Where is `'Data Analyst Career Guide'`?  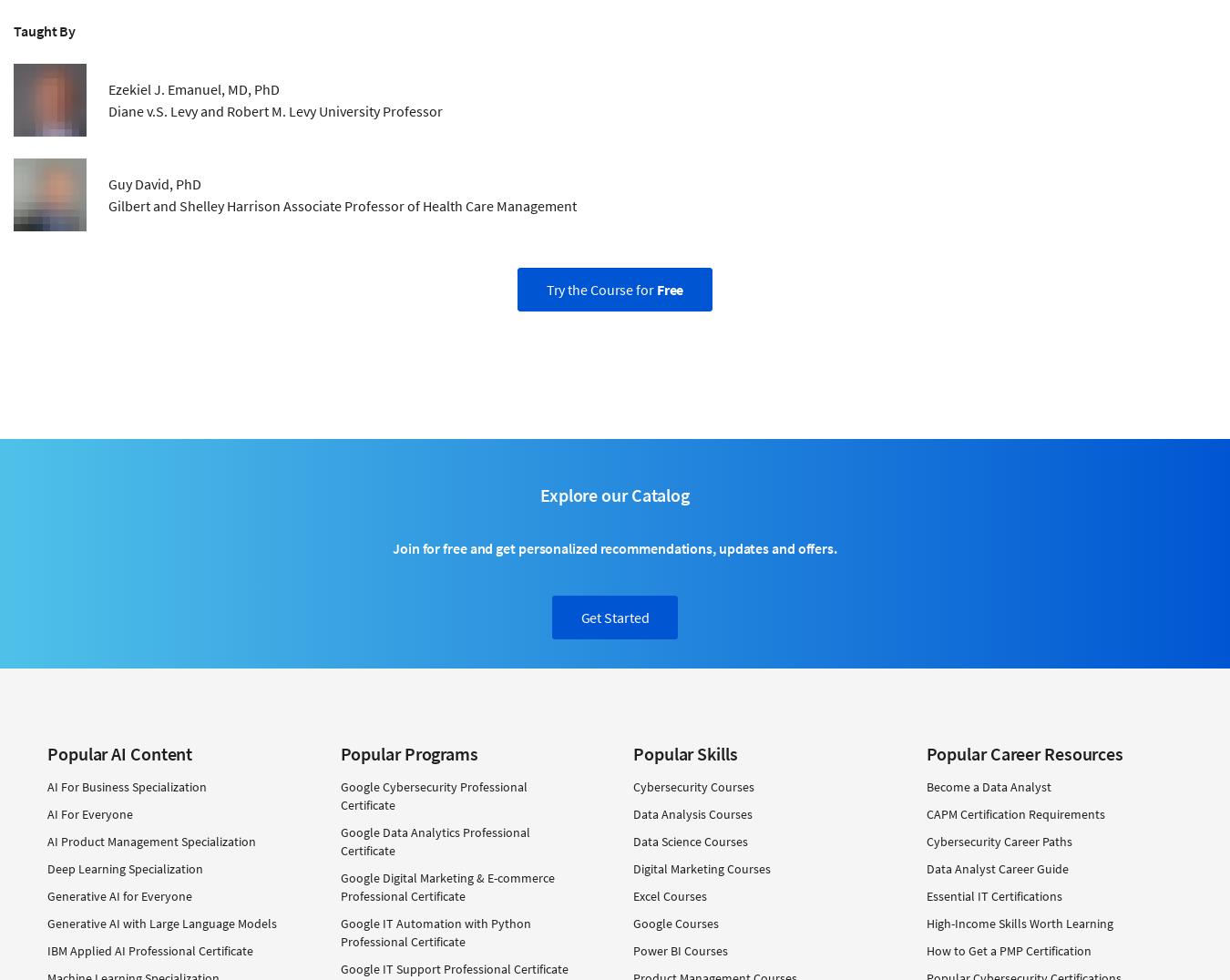
'Data Analyst Career Guide' is located at coordinates (997, 868).